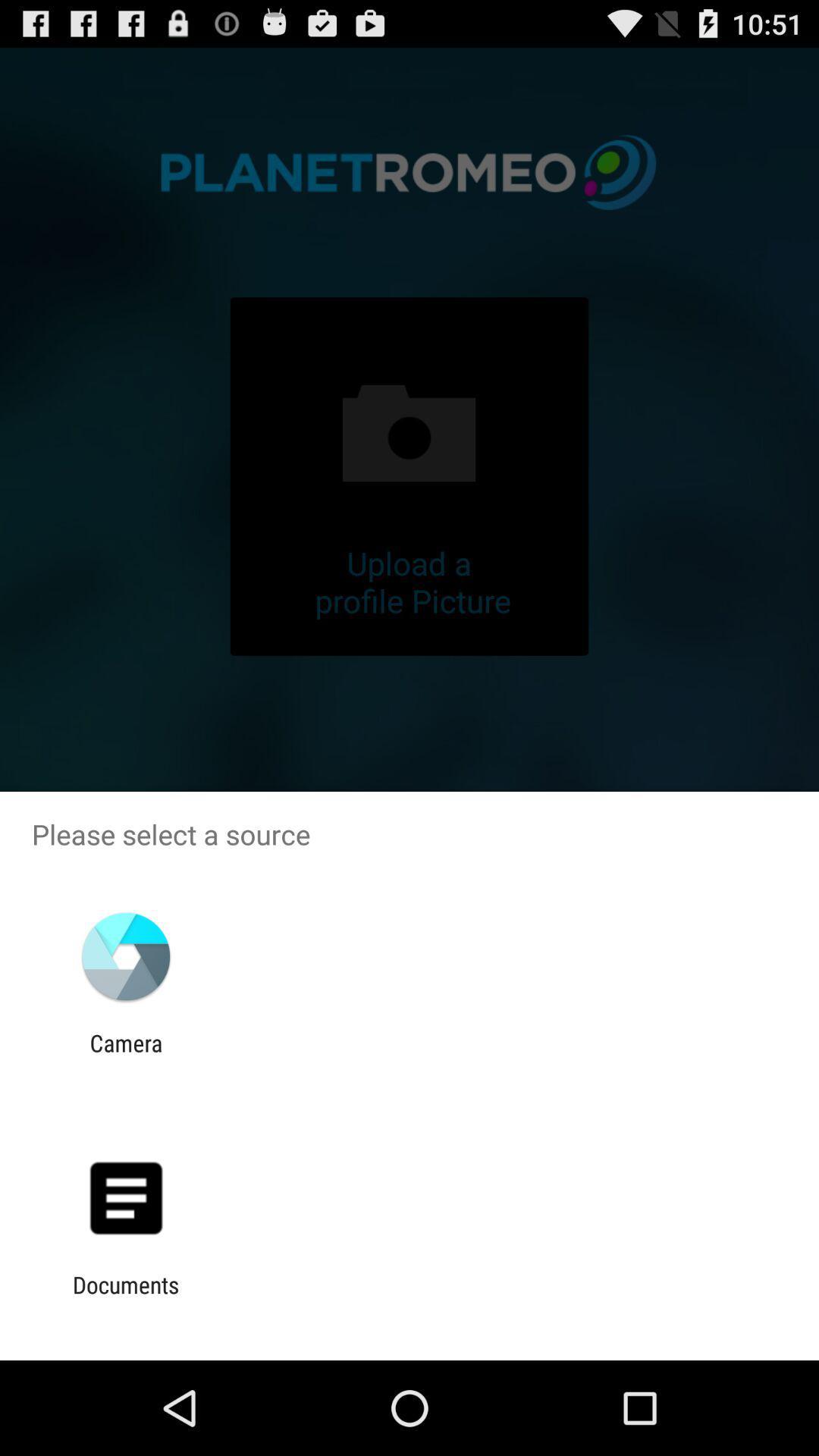  Describe the element at coordinates (125, 1056) in the screenshot. I see `camera` at that location.